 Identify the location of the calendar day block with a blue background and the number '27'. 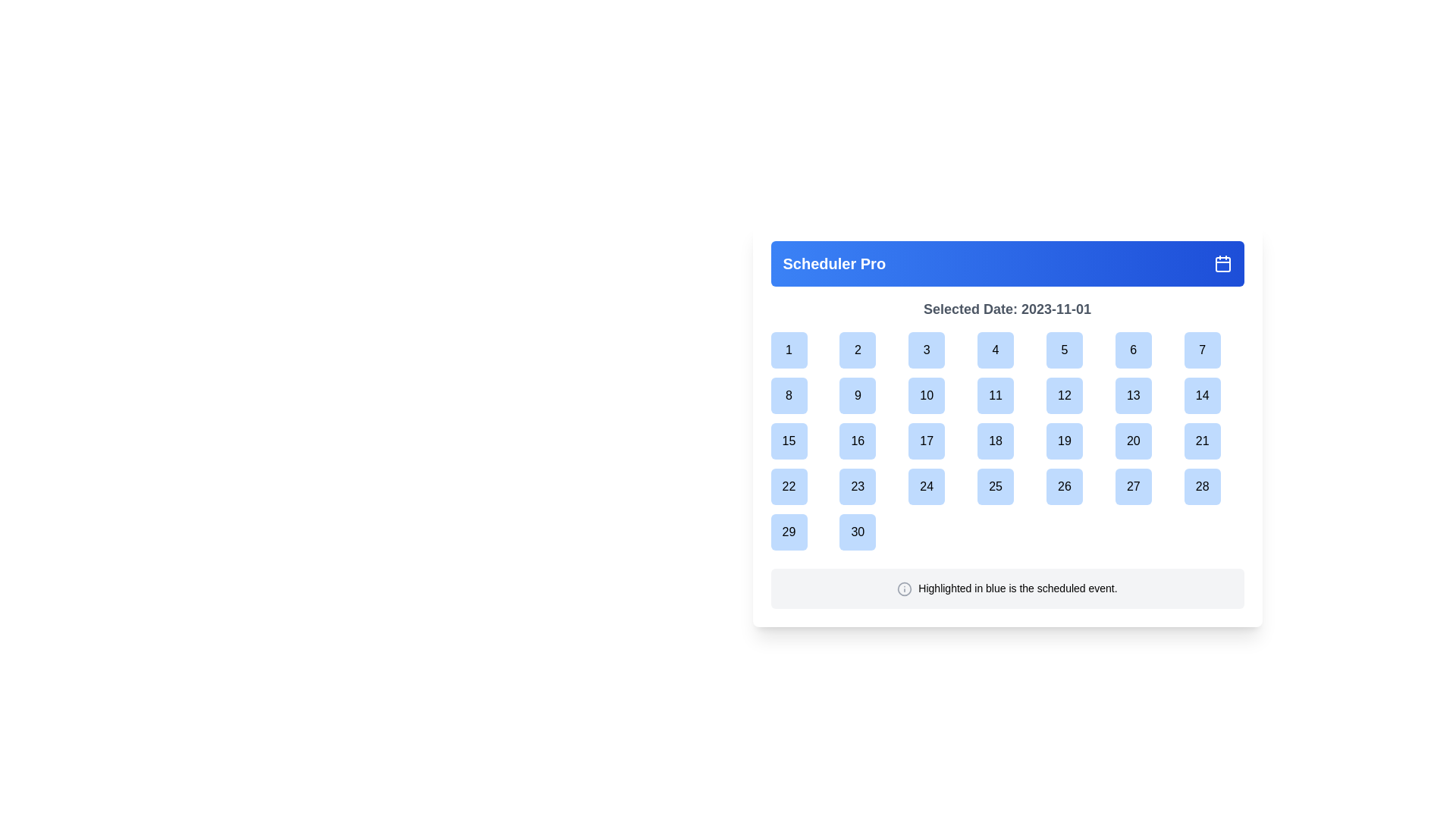
(1145, 486).